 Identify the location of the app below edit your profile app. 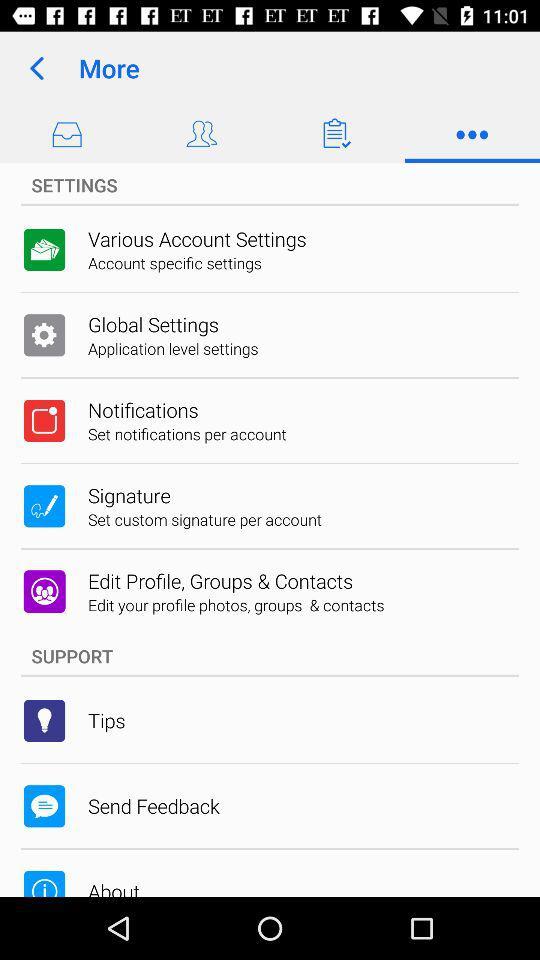
(270, 655).